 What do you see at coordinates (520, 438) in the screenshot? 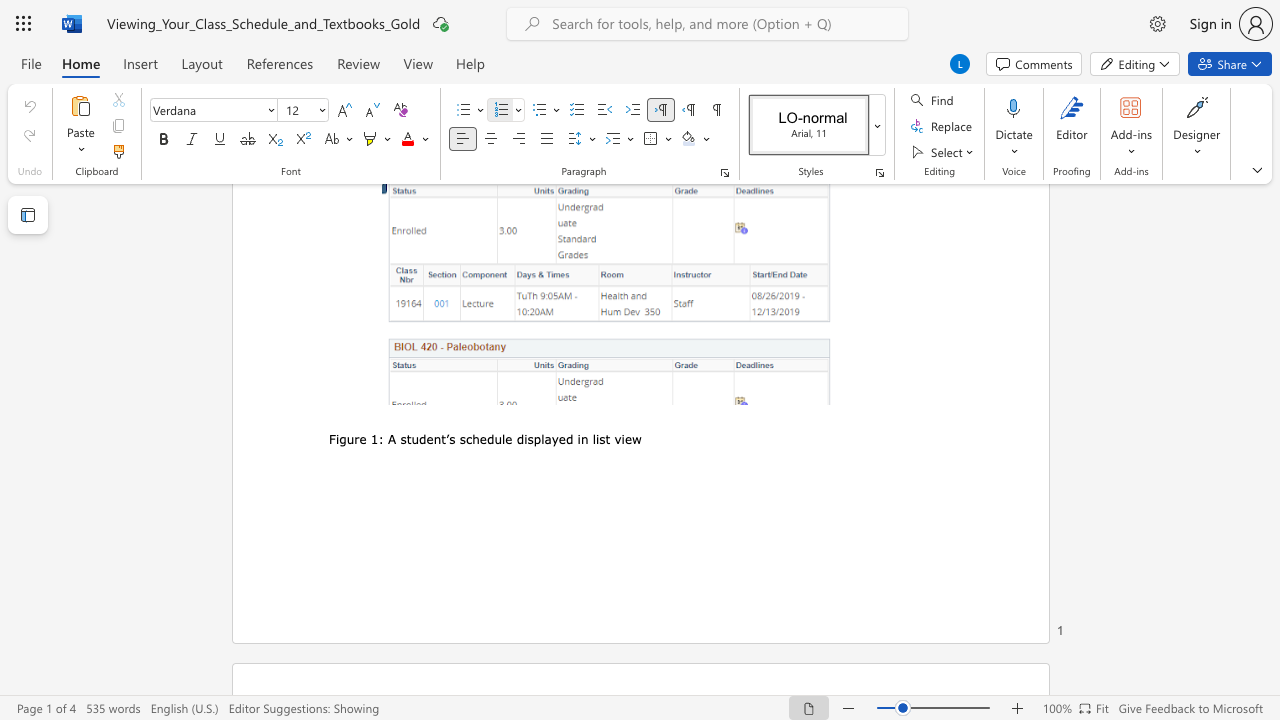
I see `the 3th character "d" in the text` at bounding box center [520, 438].